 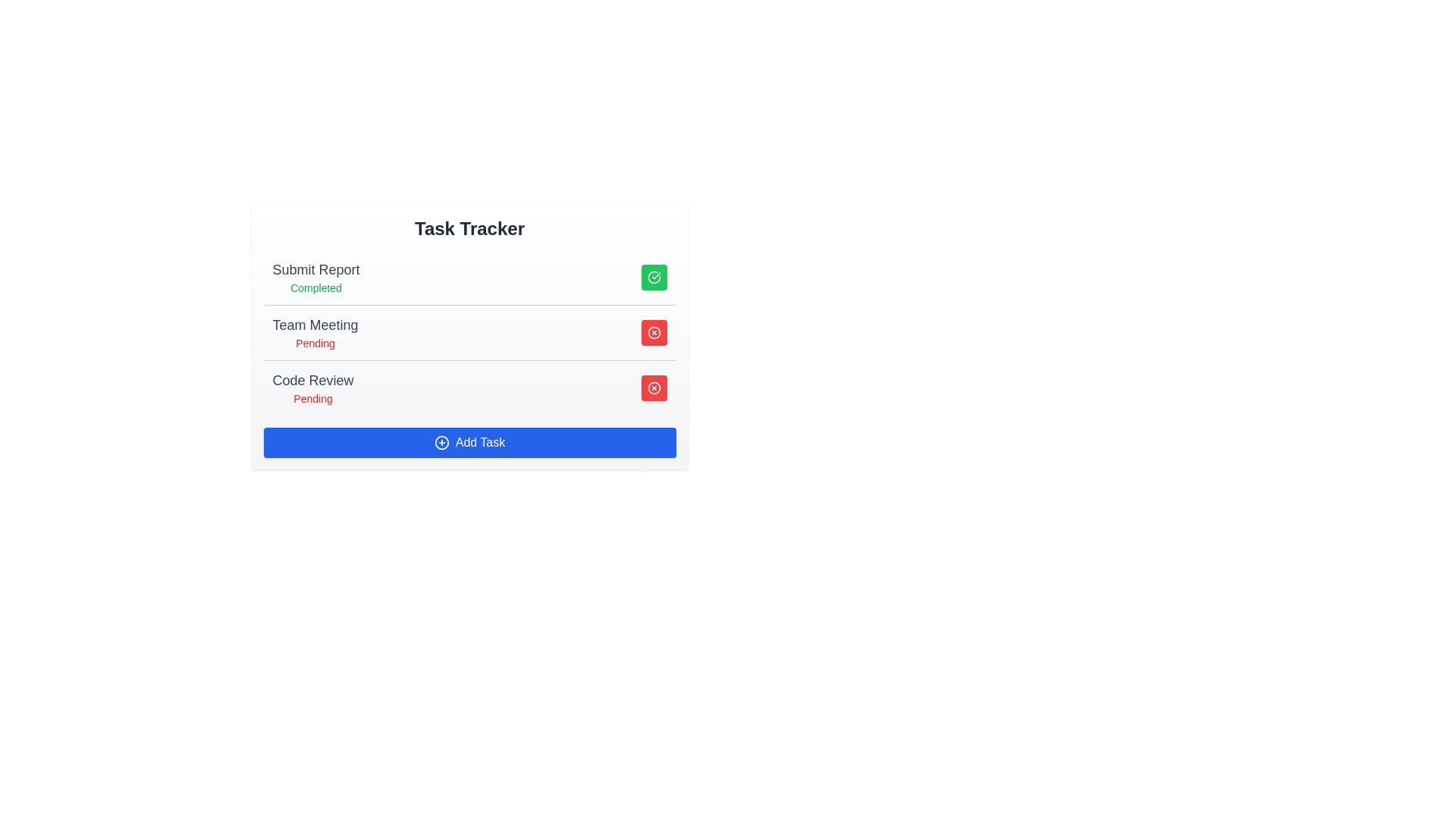 I want to click on the circular icon with a blue background and a plus symbol, located to the left of the 'Add Task' text within the button group at the bottom of the task tracker interface, so click(x=441, y=442).